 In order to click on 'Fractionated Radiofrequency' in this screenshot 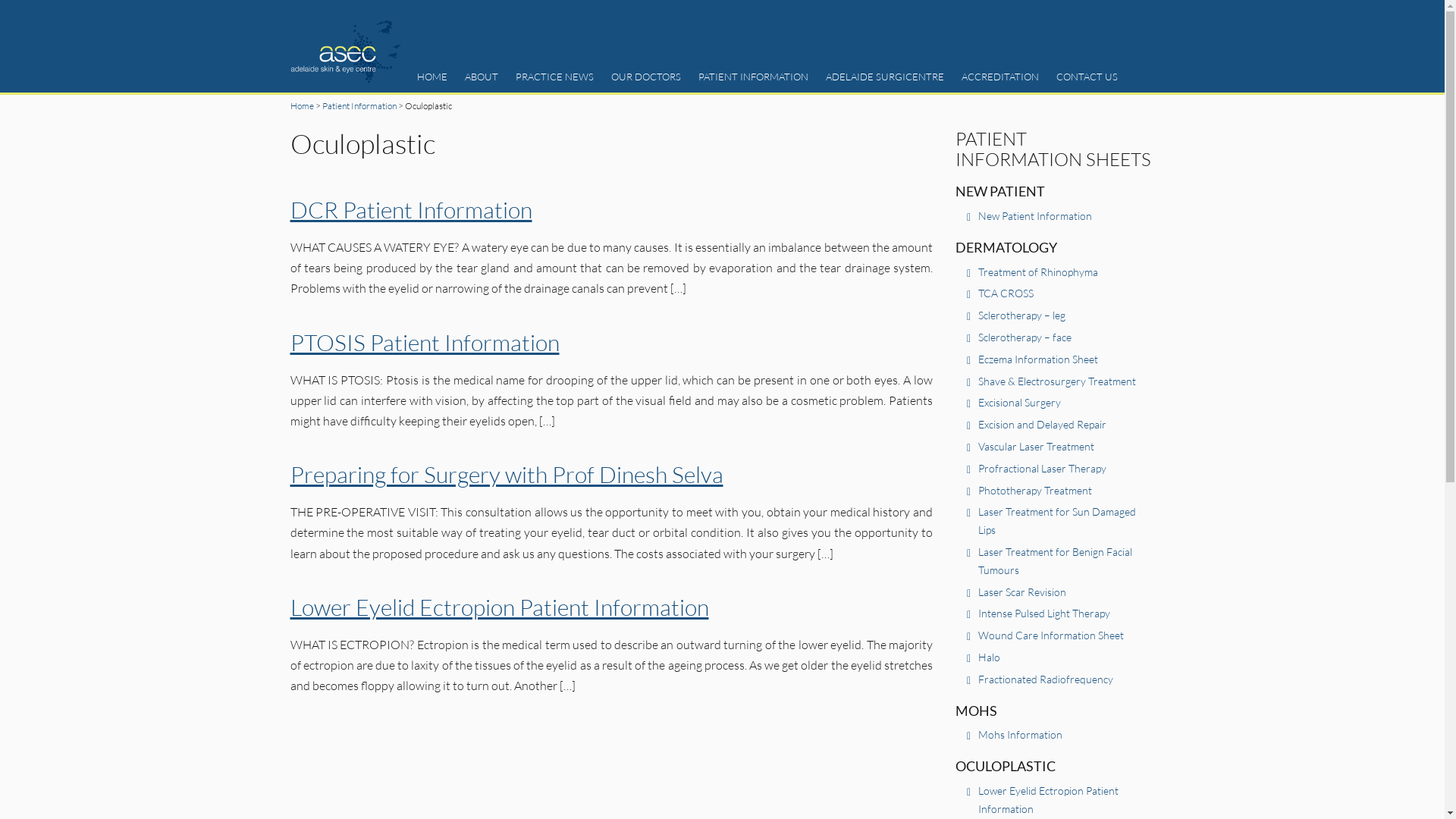, I will do `click(1044, 678)`.